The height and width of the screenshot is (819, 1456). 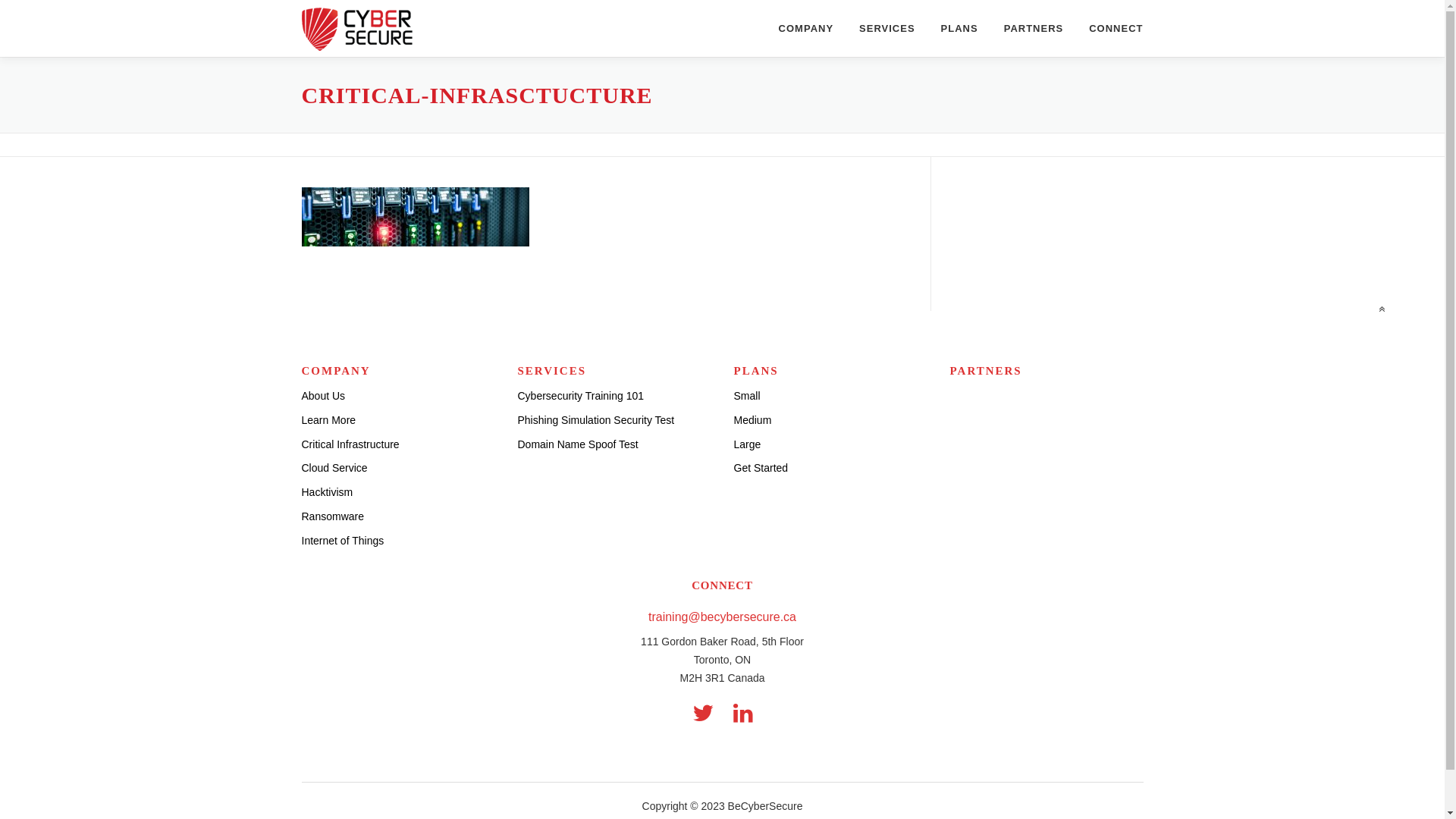 What do you see at coordinates (327, 491) in the screenshot?
I see `'Hacktivism'` at bounding box center [327, 491].